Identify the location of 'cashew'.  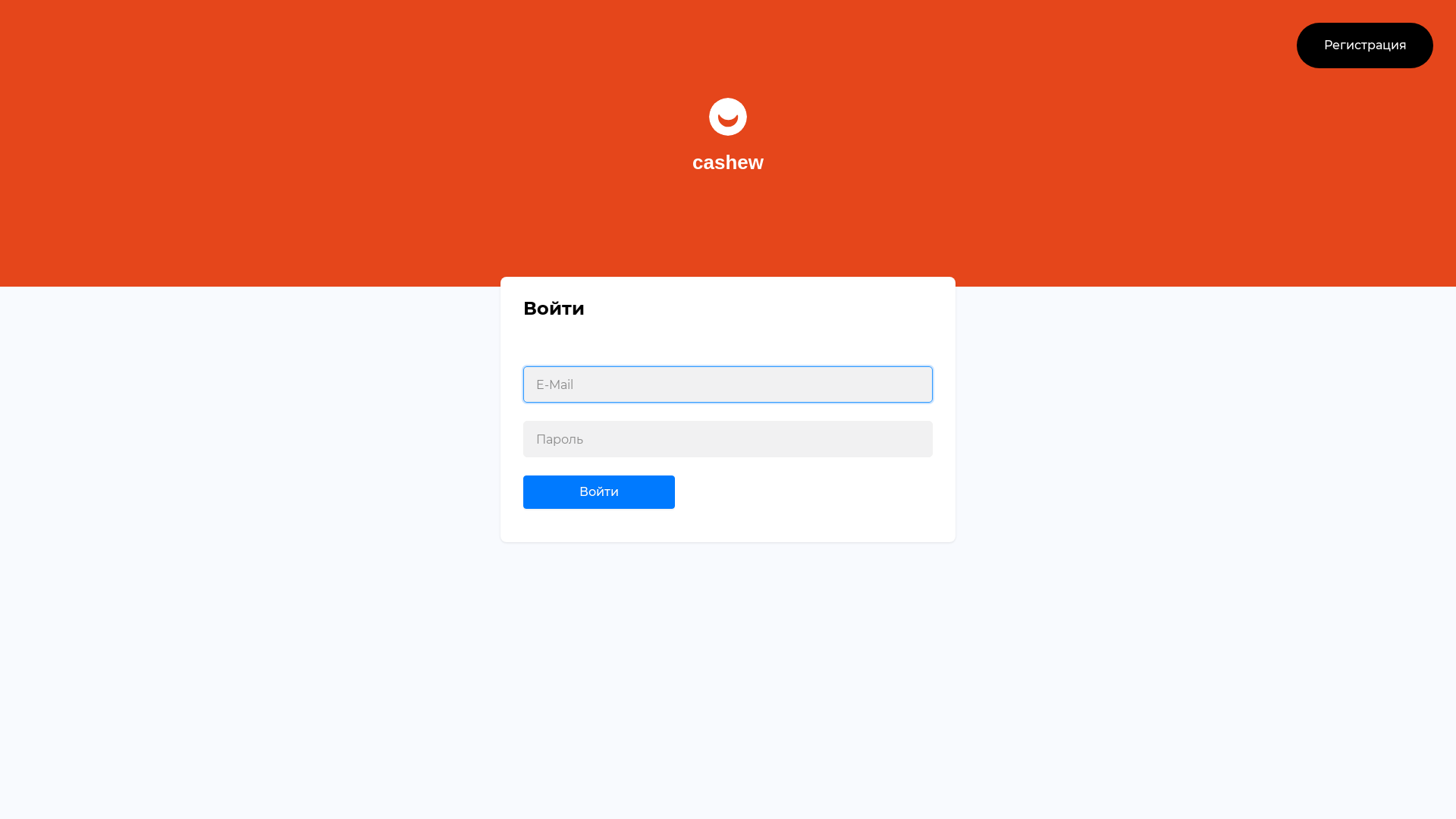
(728, 143).